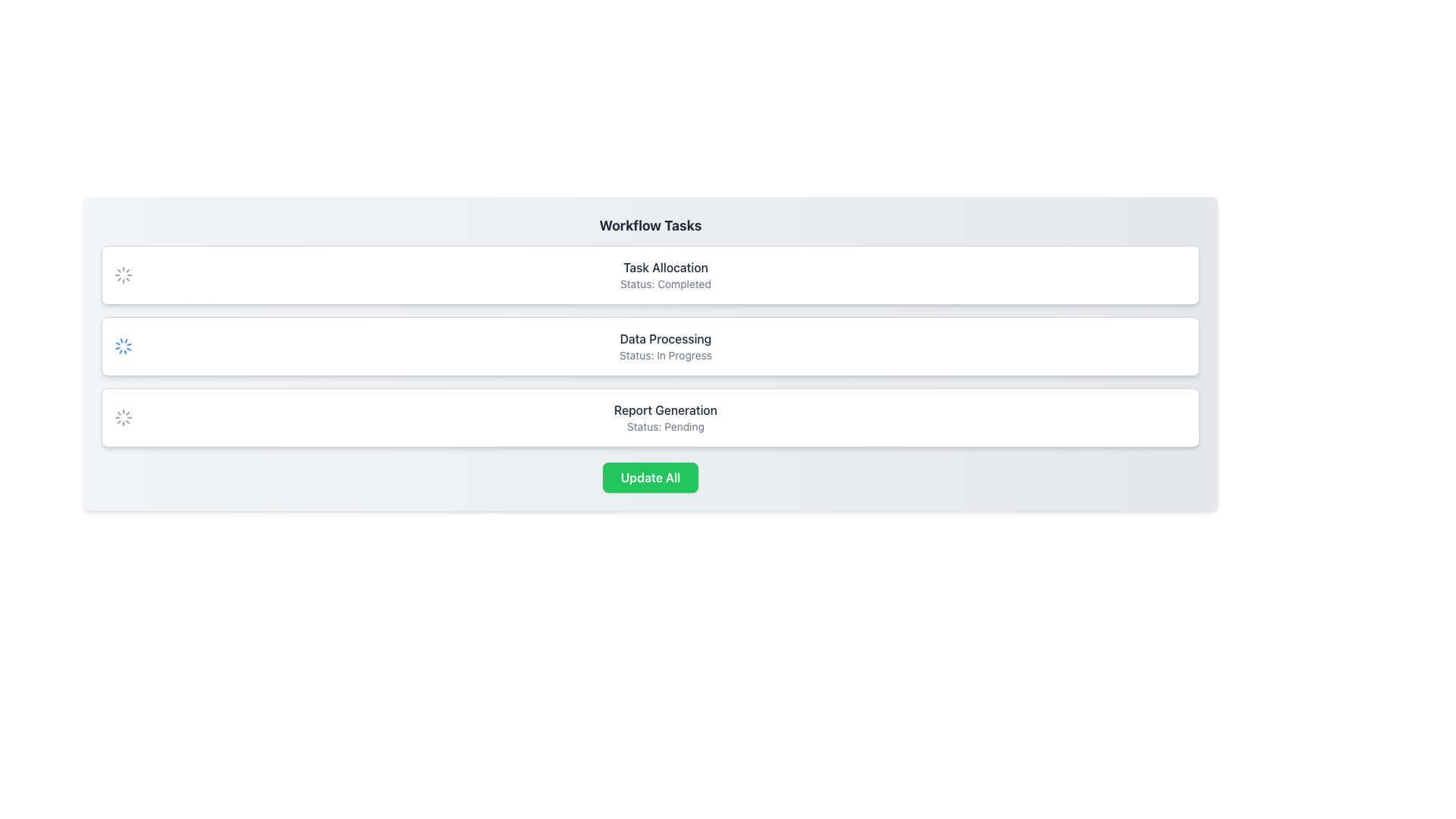 The image size is (1456, 819). I want to click on text content from the Text Label located in the 'Task Allocation' section, positioned above the 'Status: Completed', so click(666, 267).